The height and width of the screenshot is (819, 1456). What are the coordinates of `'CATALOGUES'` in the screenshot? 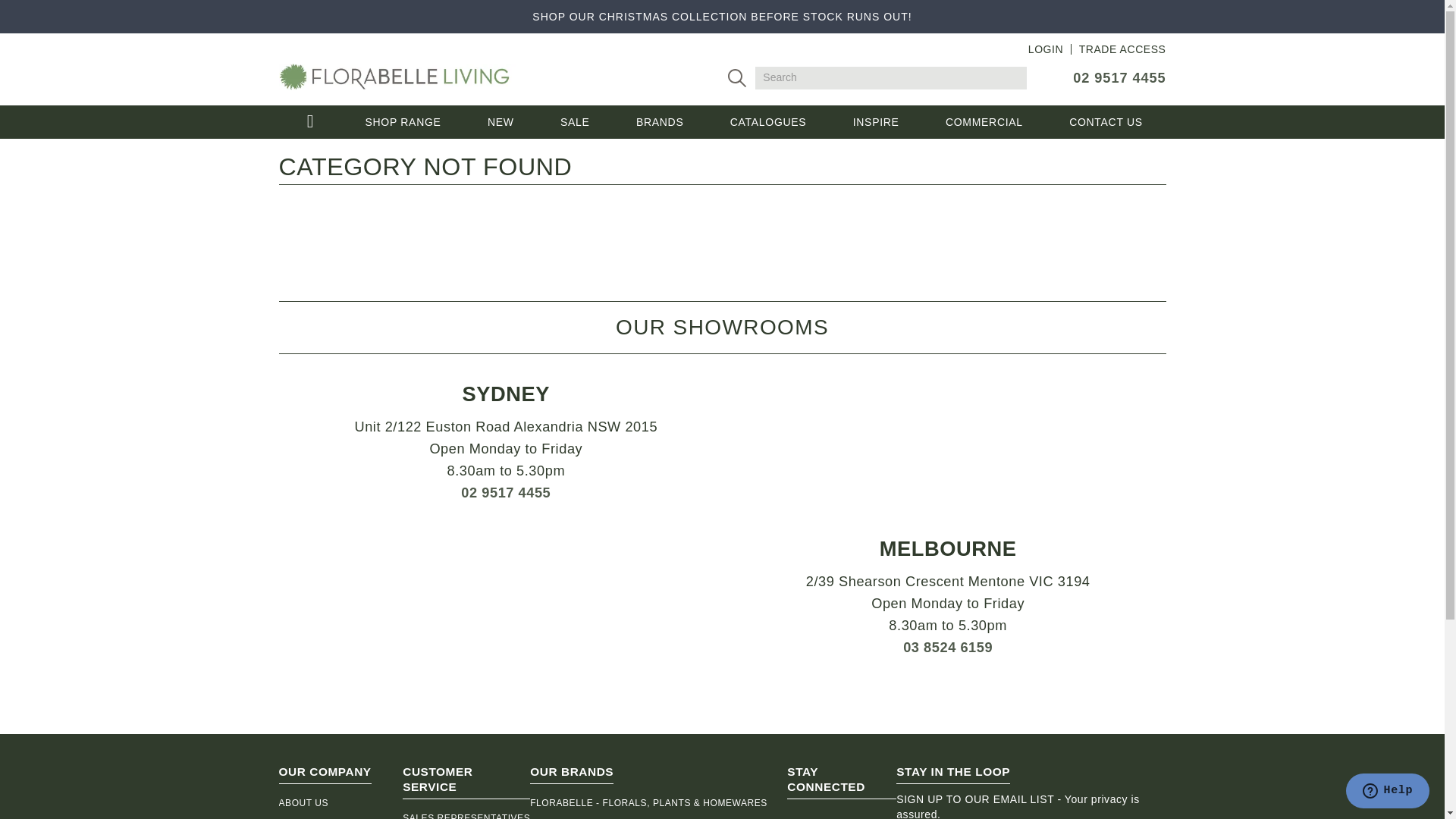 It's located at (767, 121).